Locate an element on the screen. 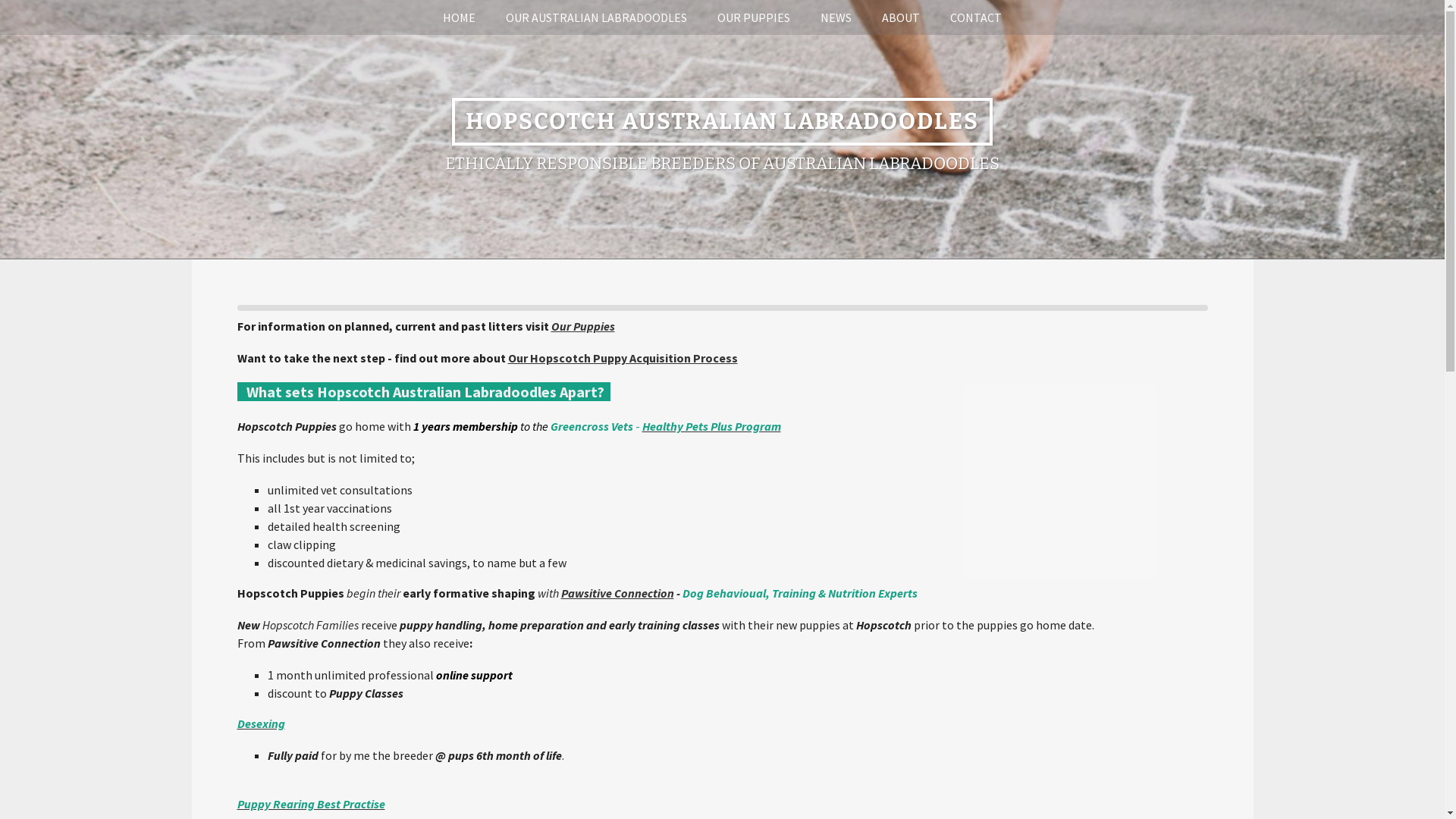 The width and height of the screenshot is (1456, 819). 'OUR PUPPIES' is located at coordinates (753, 17).